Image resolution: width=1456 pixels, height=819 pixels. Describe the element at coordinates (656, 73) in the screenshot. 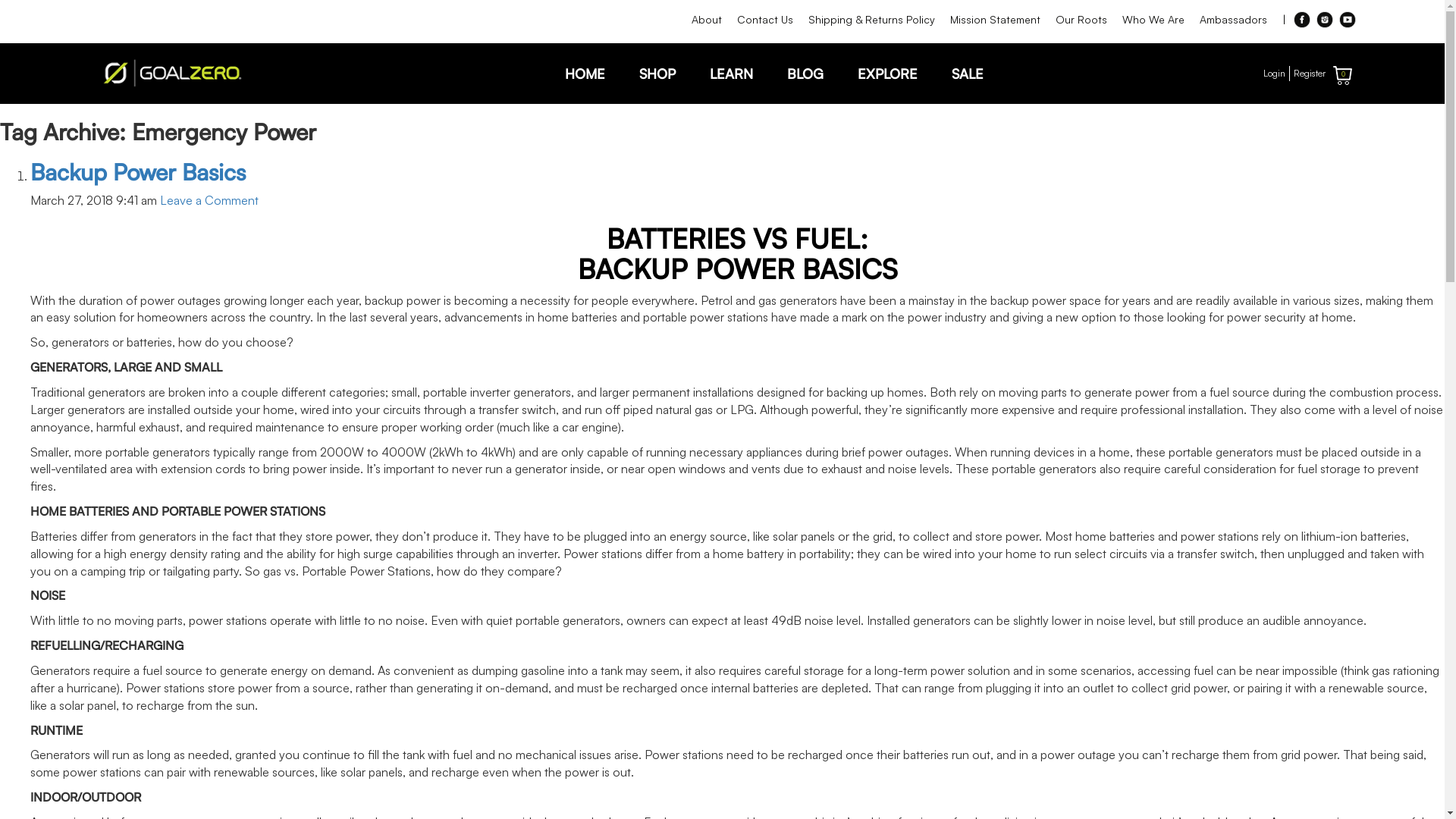

I see `'SHOP'` at that location.